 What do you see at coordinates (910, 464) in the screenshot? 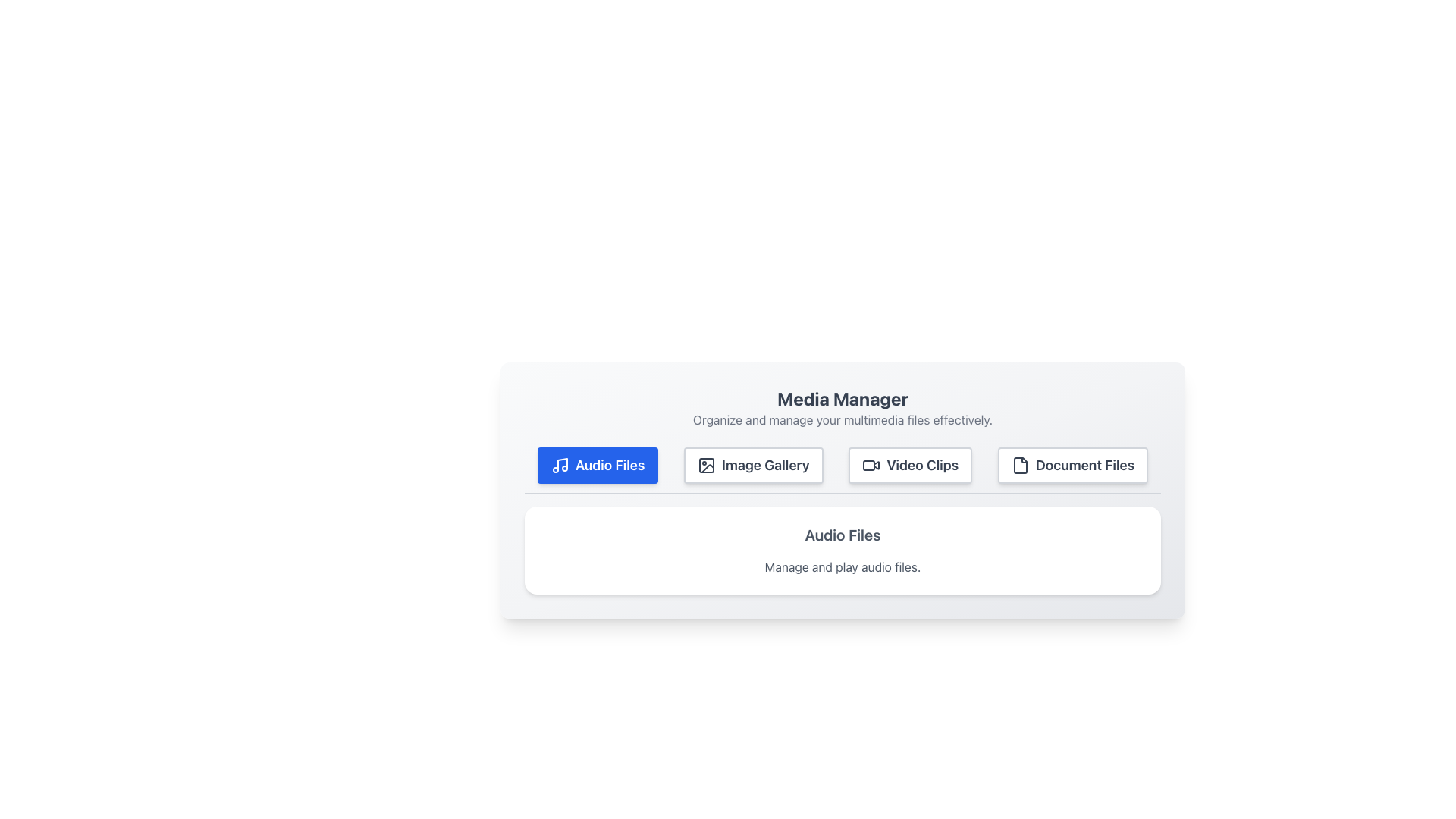
I see `the 'Video Clips' button, which is a rectangular button with a video camera icon and the text 'Video Clips'` at bounding box center [910, 464].